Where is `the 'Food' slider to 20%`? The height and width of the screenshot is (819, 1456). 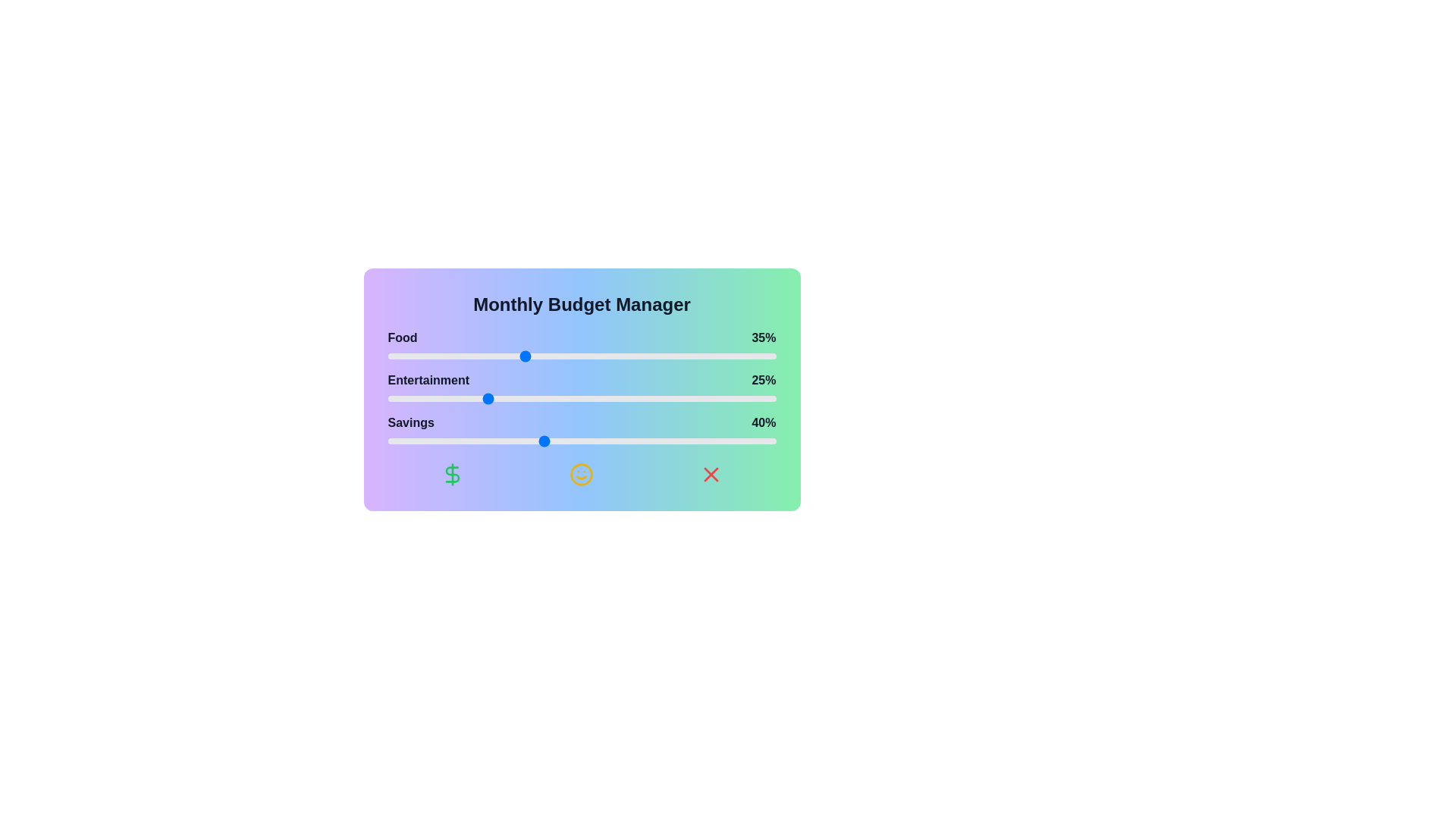
the 'Food' slider to 20% is located at coordinates (464, 356).